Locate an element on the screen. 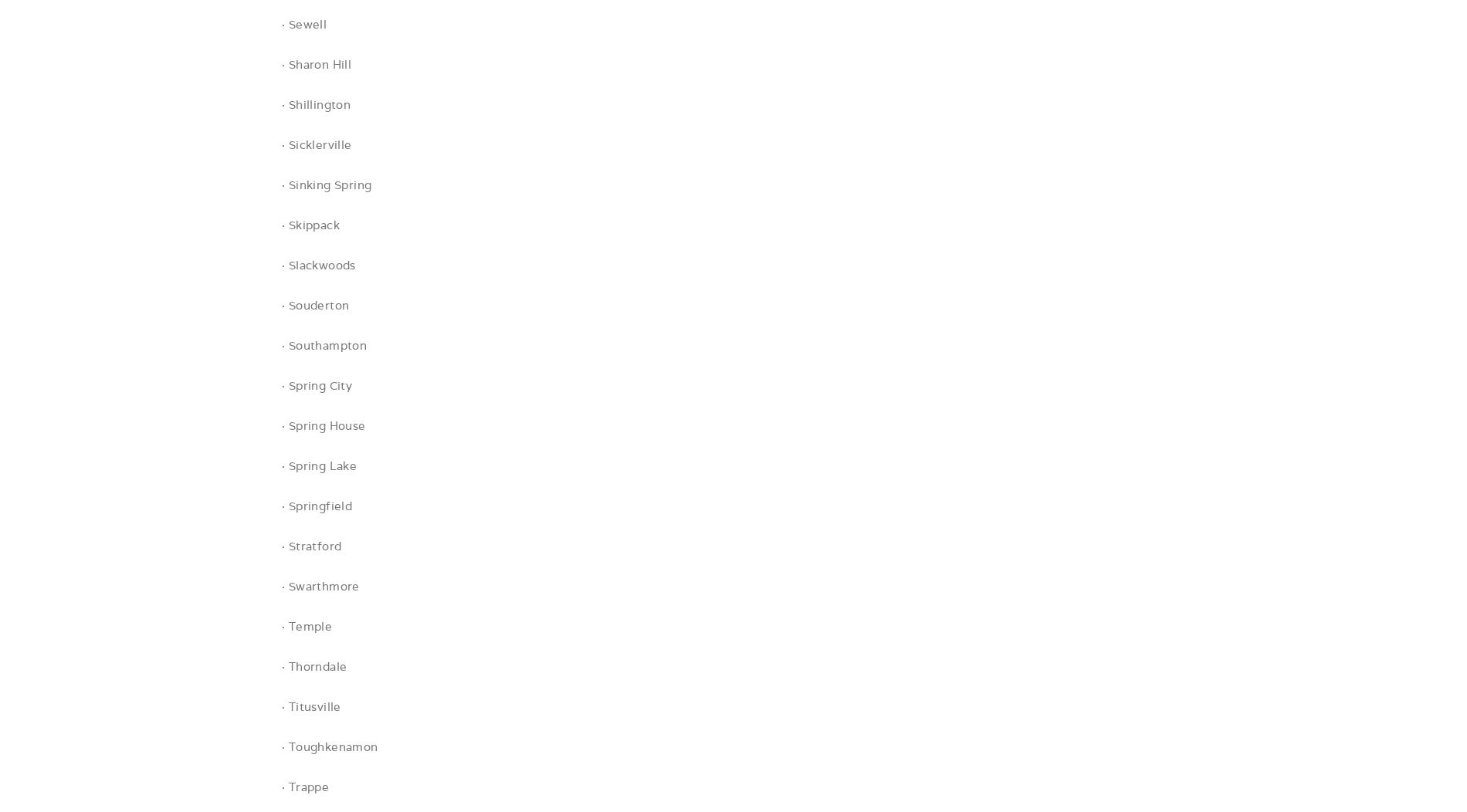 This screenshot has height=812, width=1467. '· Trappe' is located at coordinates (304, 786).